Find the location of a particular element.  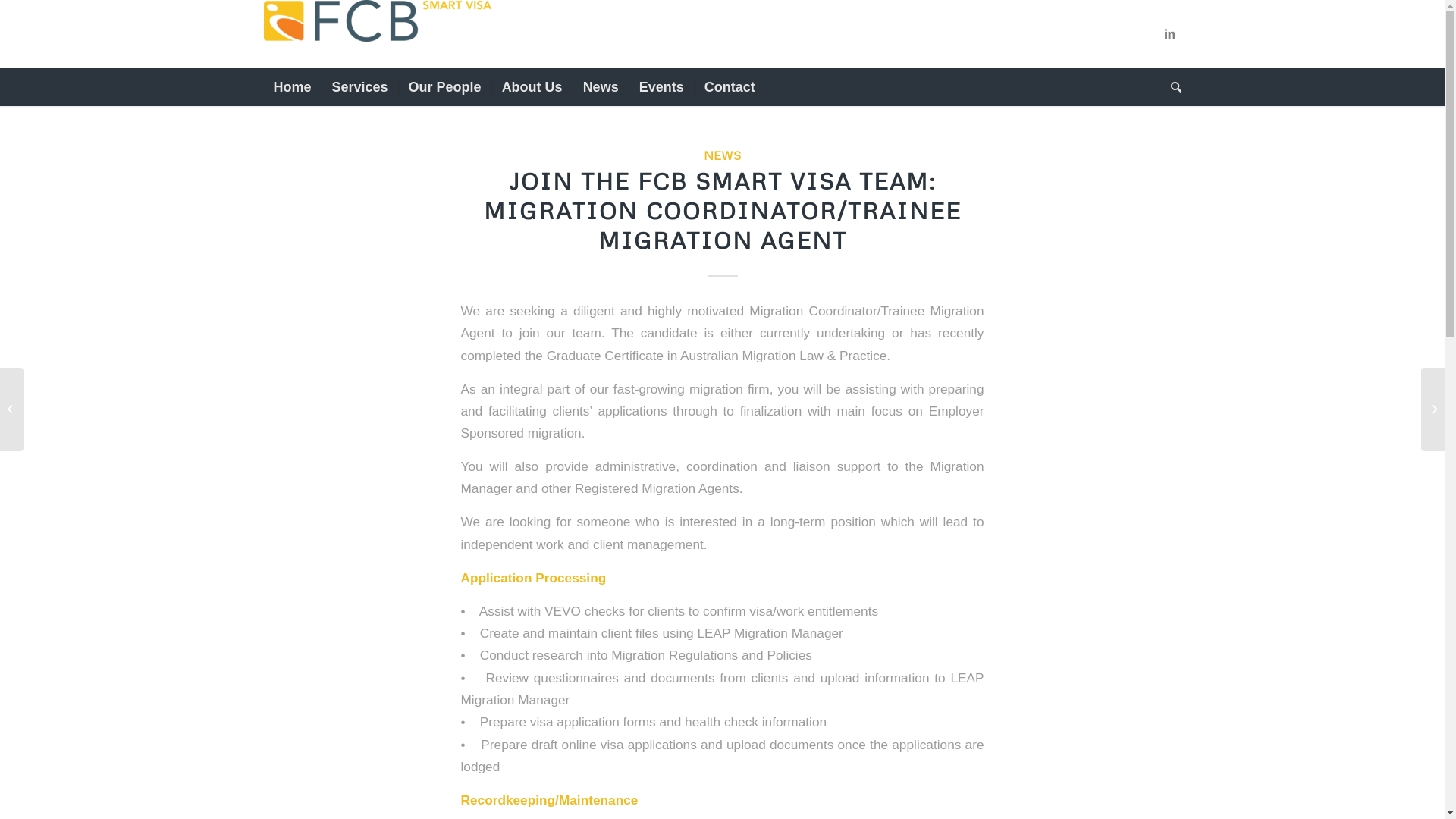

'Events' is located at coordinates (661, 87).